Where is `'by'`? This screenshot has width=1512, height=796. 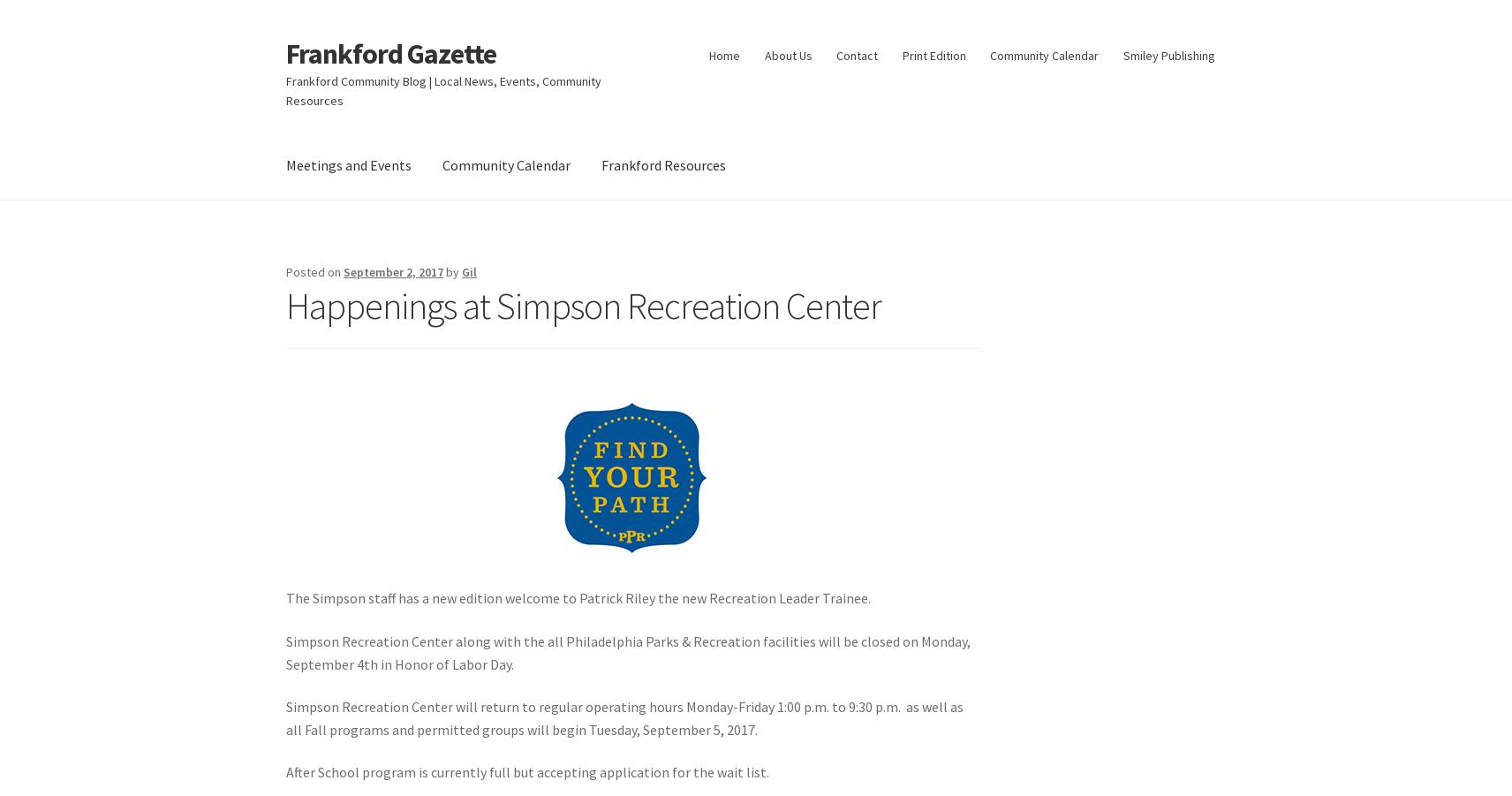 'by' is located at coordinates (452, 271).